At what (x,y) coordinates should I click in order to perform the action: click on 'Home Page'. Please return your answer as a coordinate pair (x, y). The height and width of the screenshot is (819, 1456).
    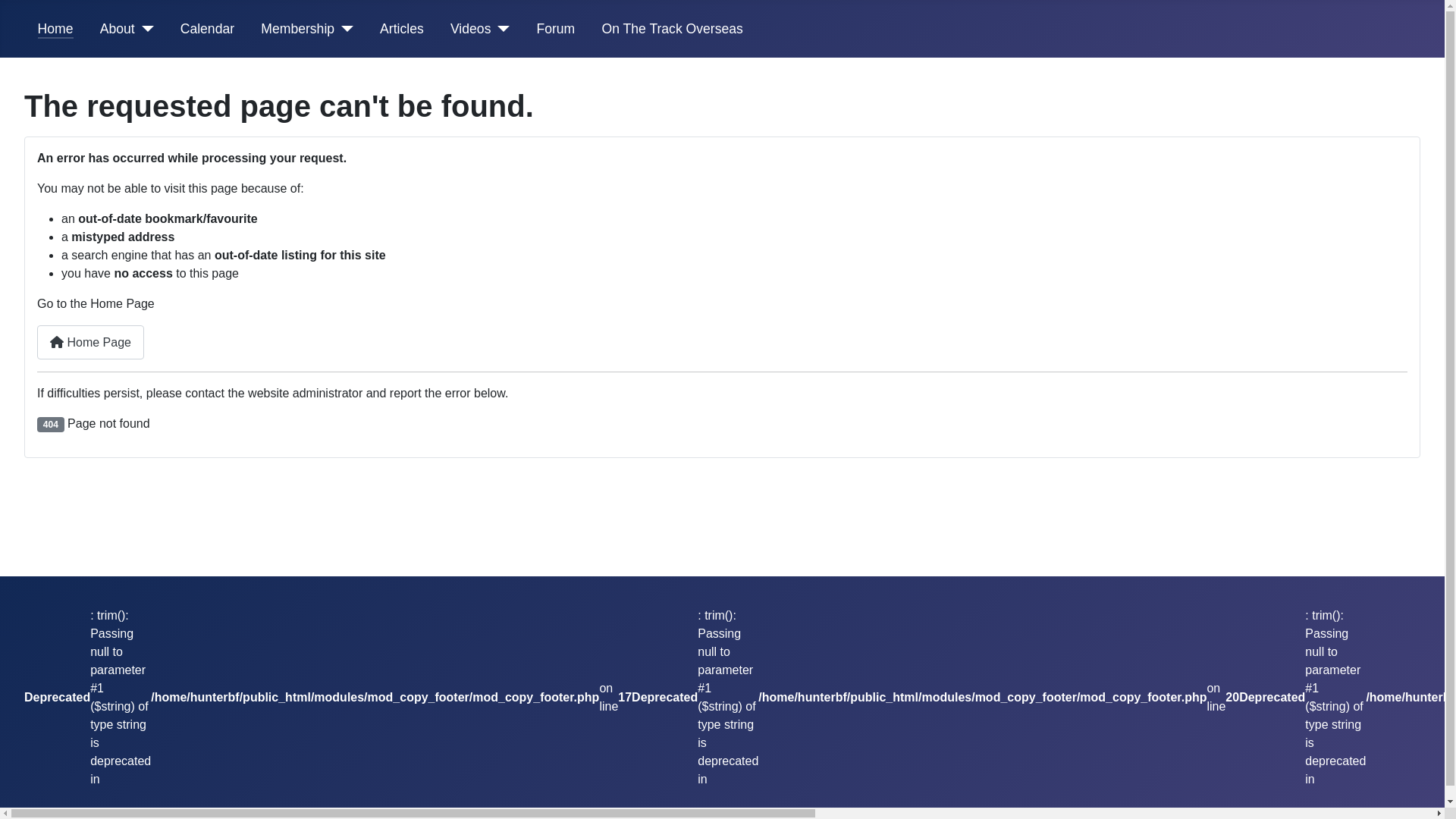
    Looking at the image, I should click on (36, 342).